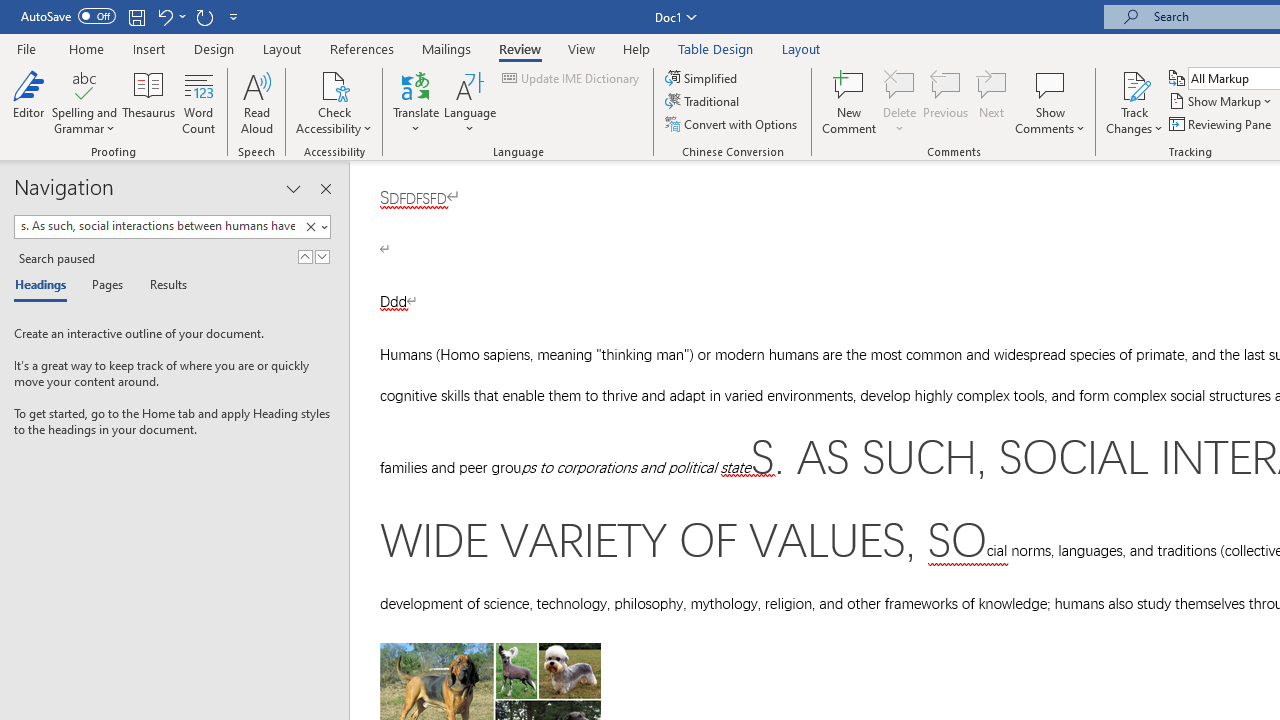 The image size is (1280, 720). Describe the element at coordinates (84, 84) in the screenshot. I see `'Spelling and Grammar'` at that location.